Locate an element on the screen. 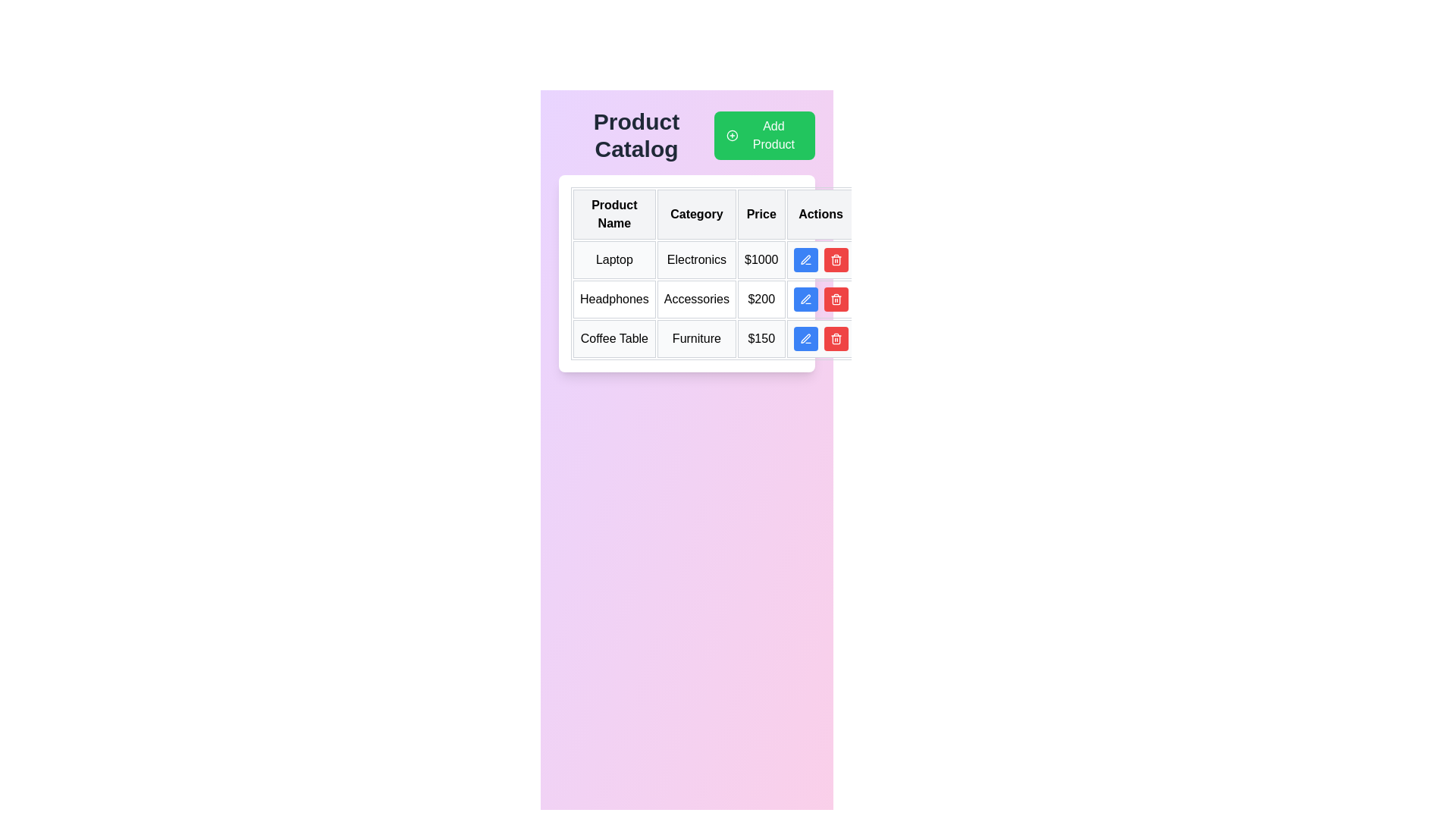 The width and height of the screenshot is (1456, 819). the interactive red button with a trash bin icon located at the far right of the last row in the table under the 'Actions' column is located at coordinates (820, 338).